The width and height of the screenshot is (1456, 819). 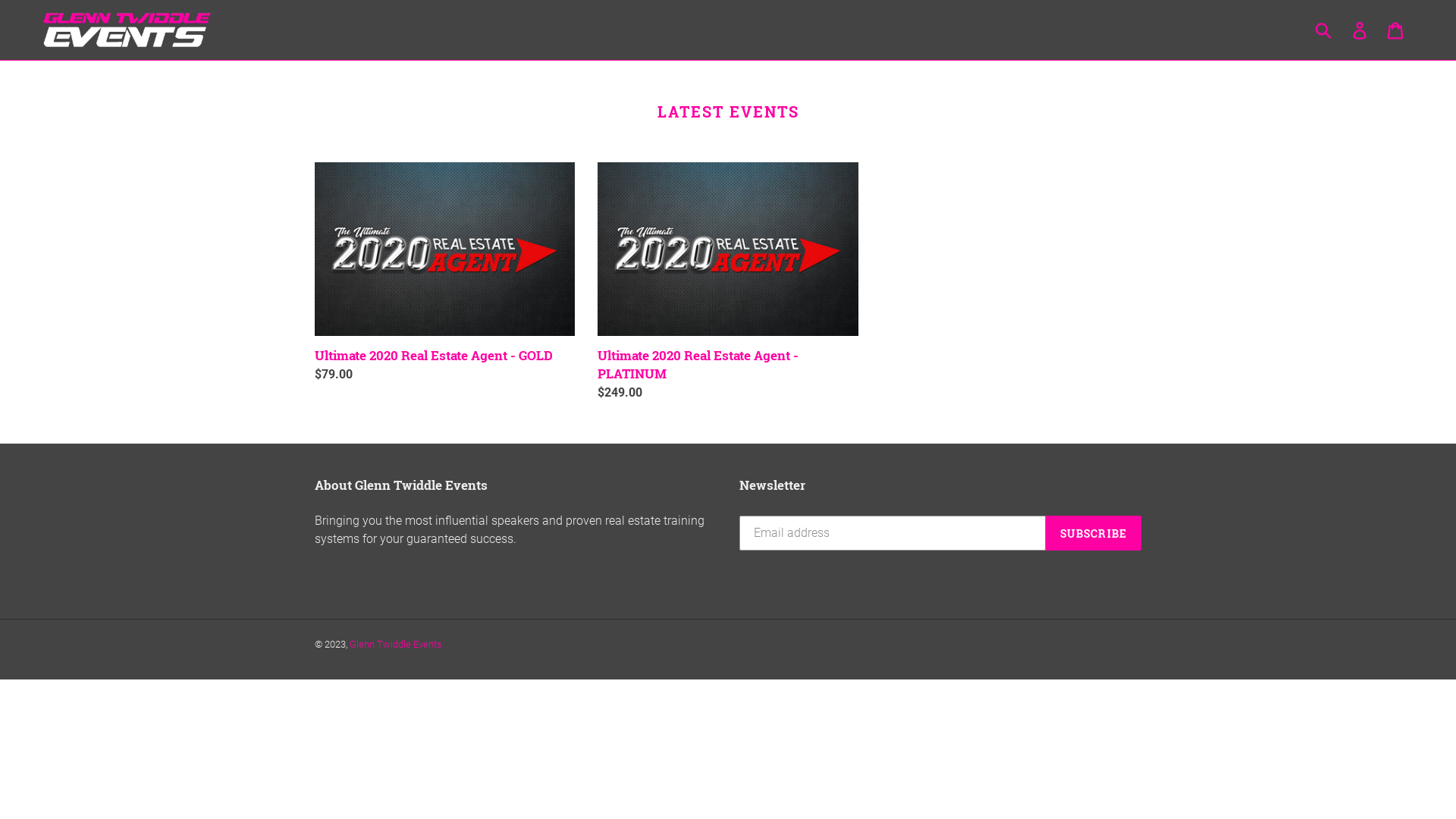 I want to click on 'Log in', so click(x=1360, y=29).